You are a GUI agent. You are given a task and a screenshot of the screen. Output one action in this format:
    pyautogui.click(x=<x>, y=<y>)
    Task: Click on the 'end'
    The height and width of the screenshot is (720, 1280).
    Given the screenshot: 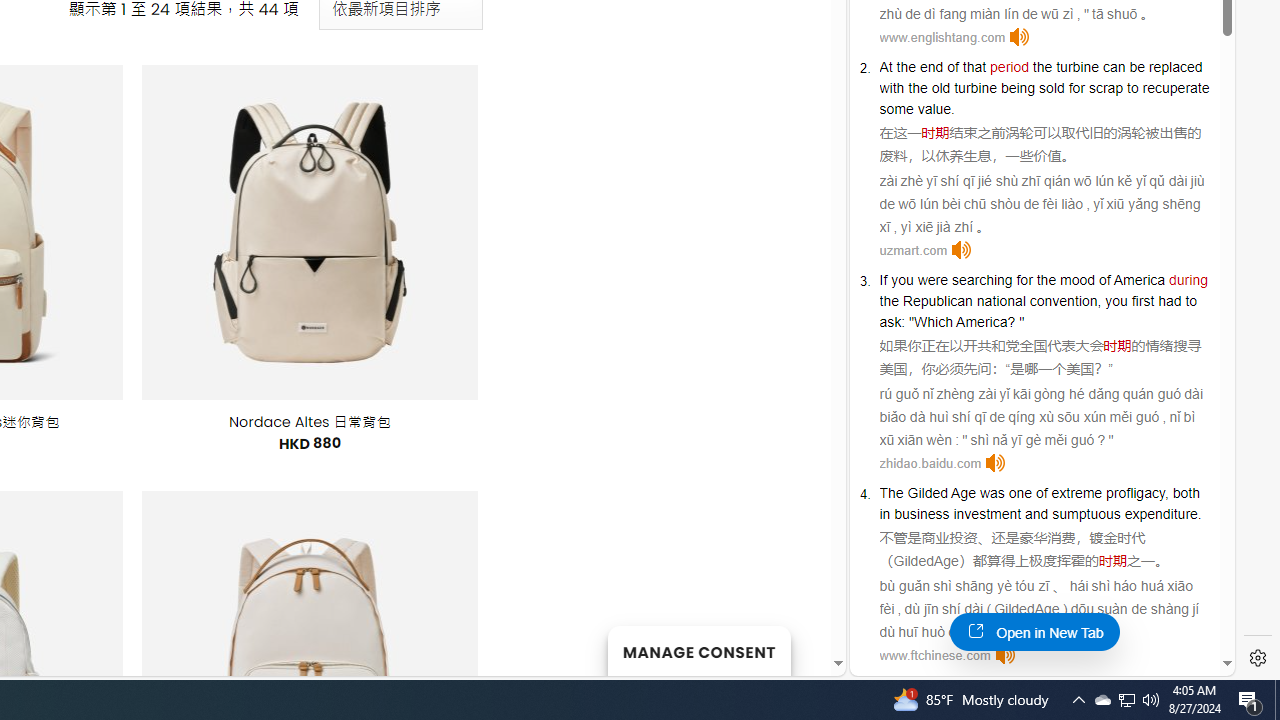 What is the action you would take?
    pyautogui.click(x=930, y=65)
    